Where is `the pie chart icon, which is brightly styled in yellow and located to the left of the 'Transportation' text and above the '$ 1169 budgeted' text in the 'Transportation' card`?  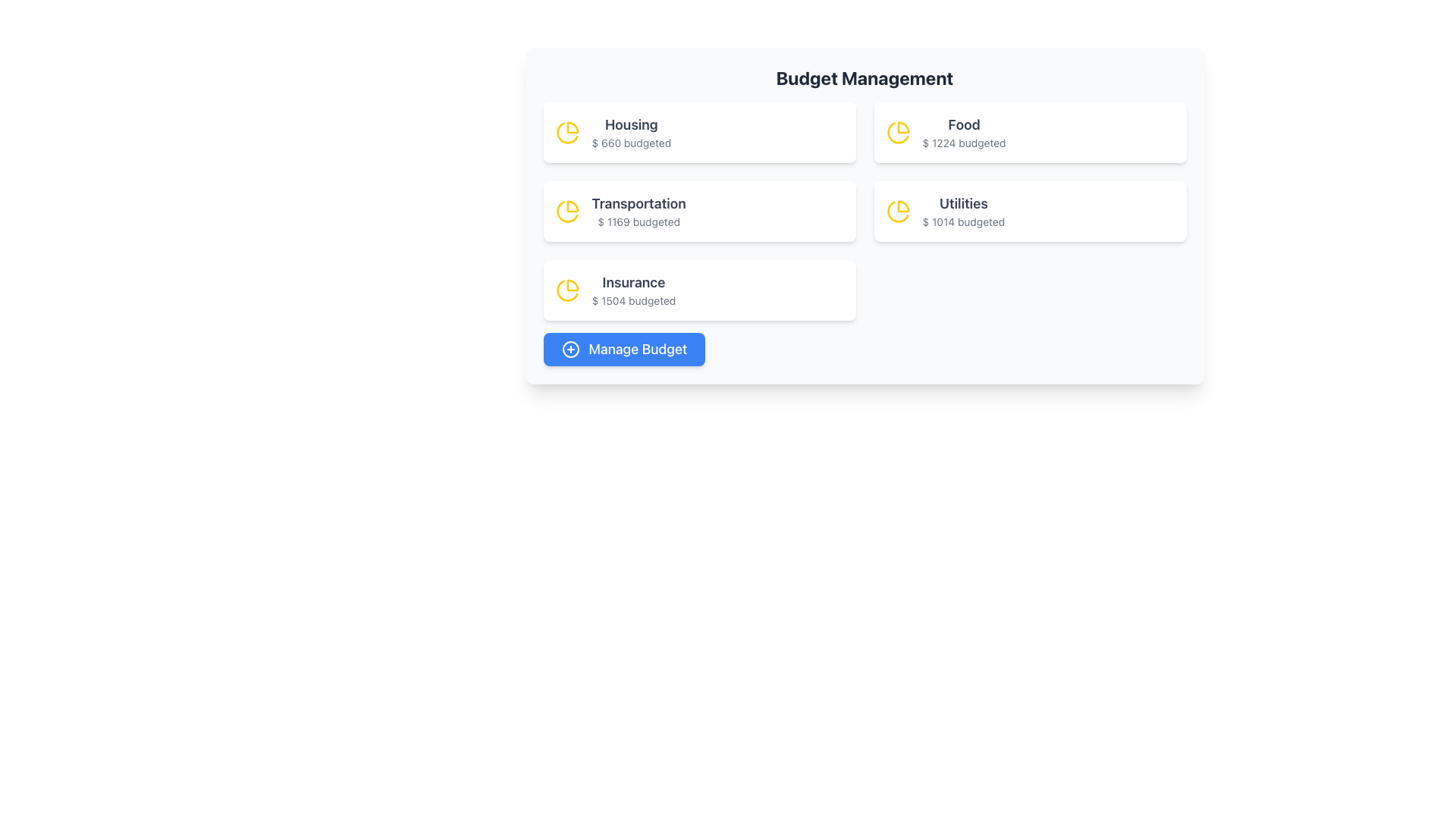
the pie chart icon, which is brightly styled in yellow and located to the left of the 'Transportation' text and above the '$ 1169 budgeted' text in the 'Transportation' card is located at coordinates (566, 211).